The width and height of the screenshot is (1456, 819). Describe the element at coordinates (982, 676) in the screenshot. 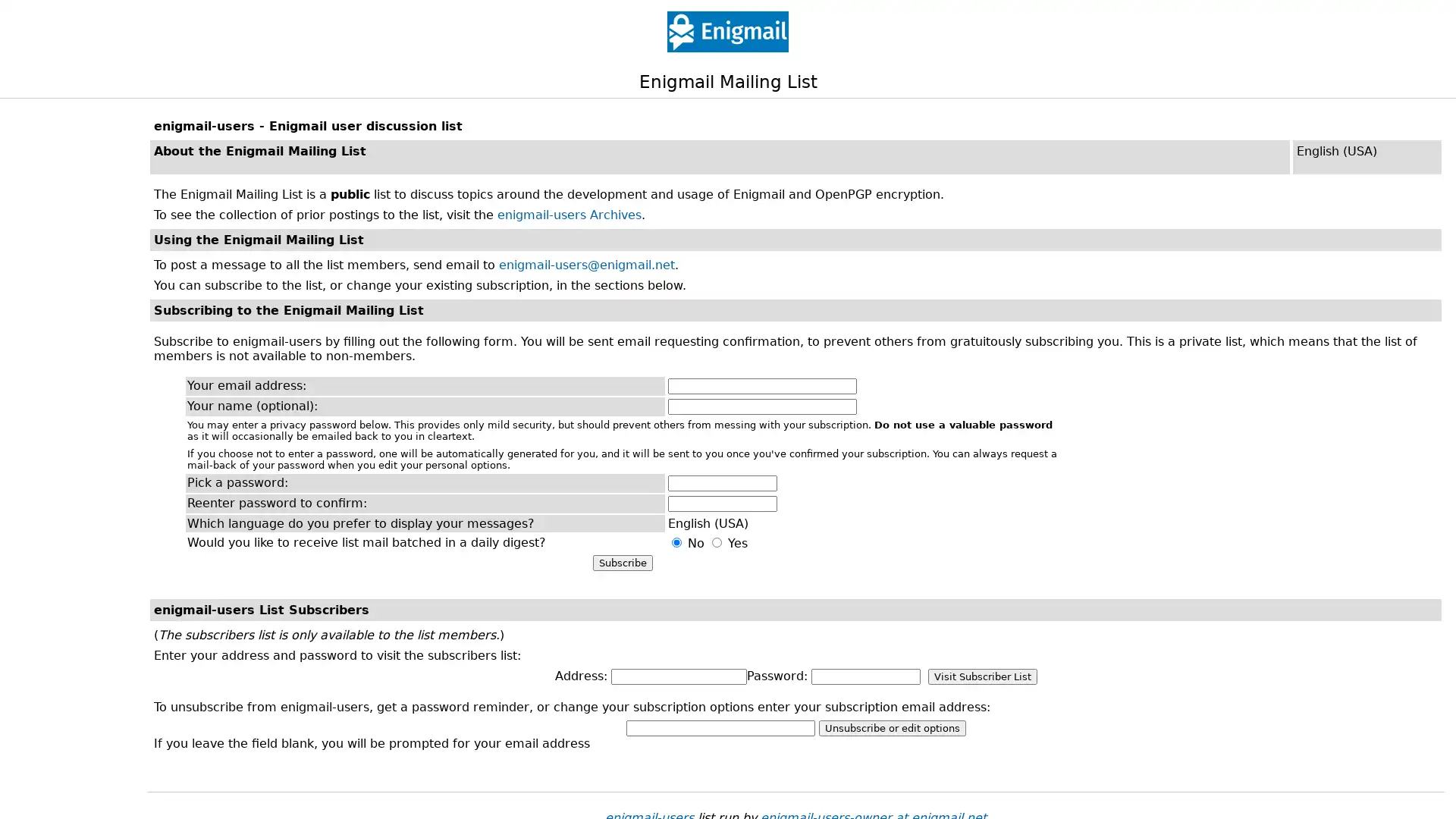

I see `Visit Subscriber List` at that location.